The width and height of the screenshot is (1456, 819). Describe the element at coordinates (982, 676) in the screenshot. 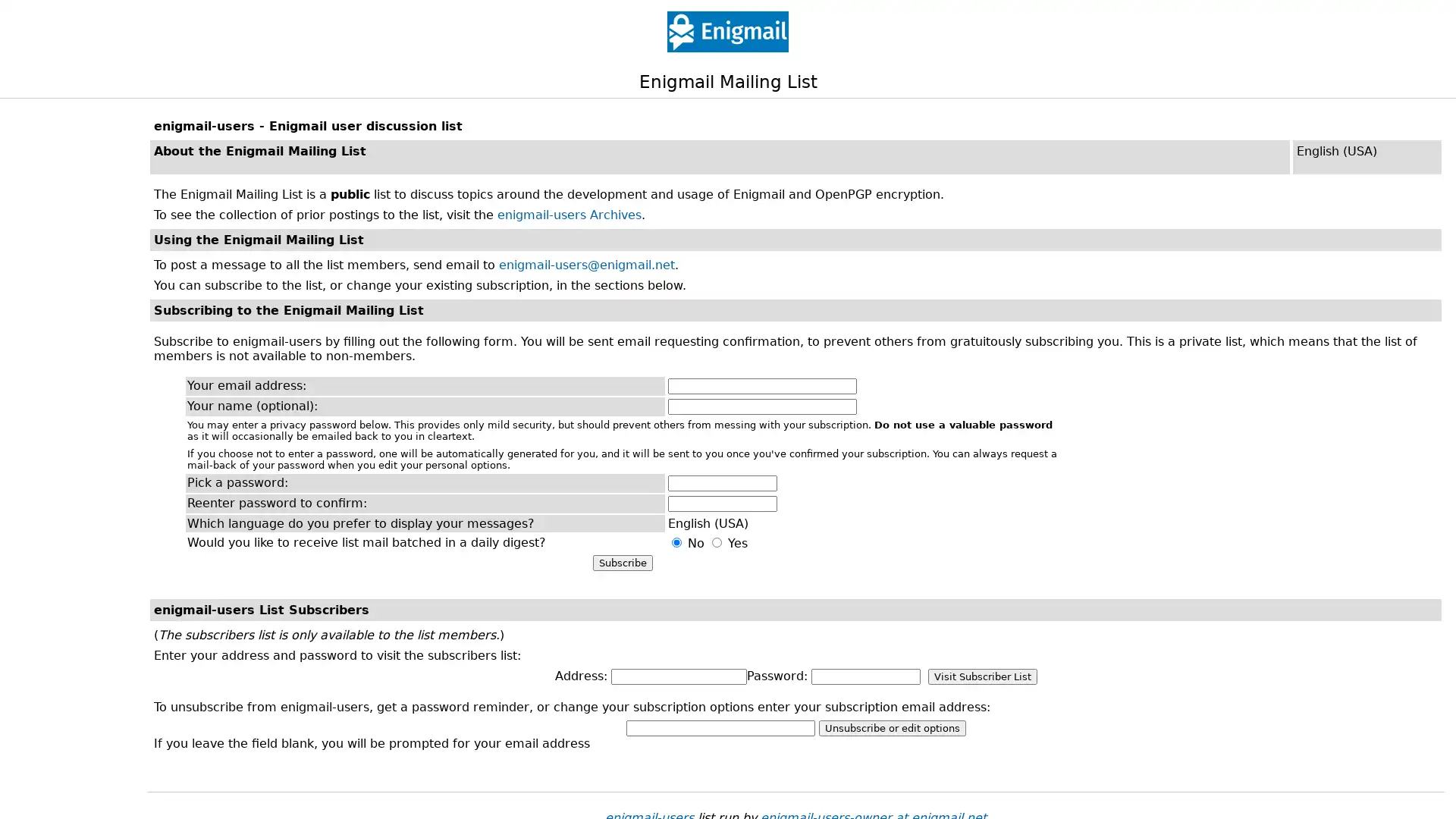

I see `Visit Subscriber List` at that location.